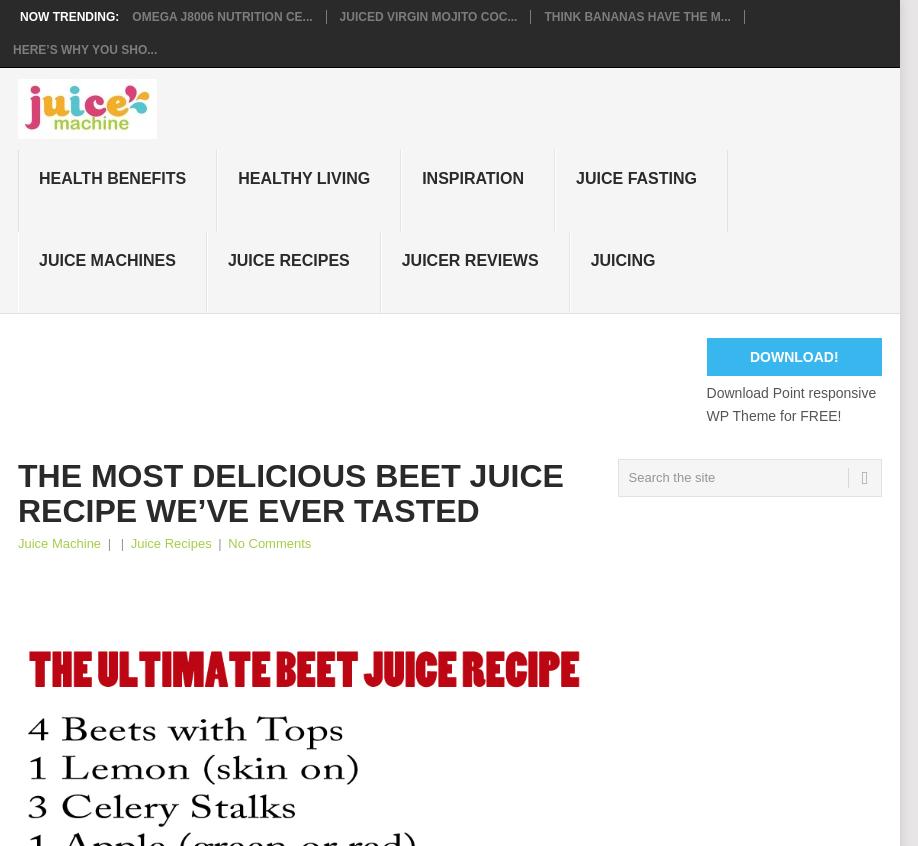  What do you see at coordinates (59, 543) in the screenshot?
I see `'Juice Machine'` at bounding box center [59, 543].